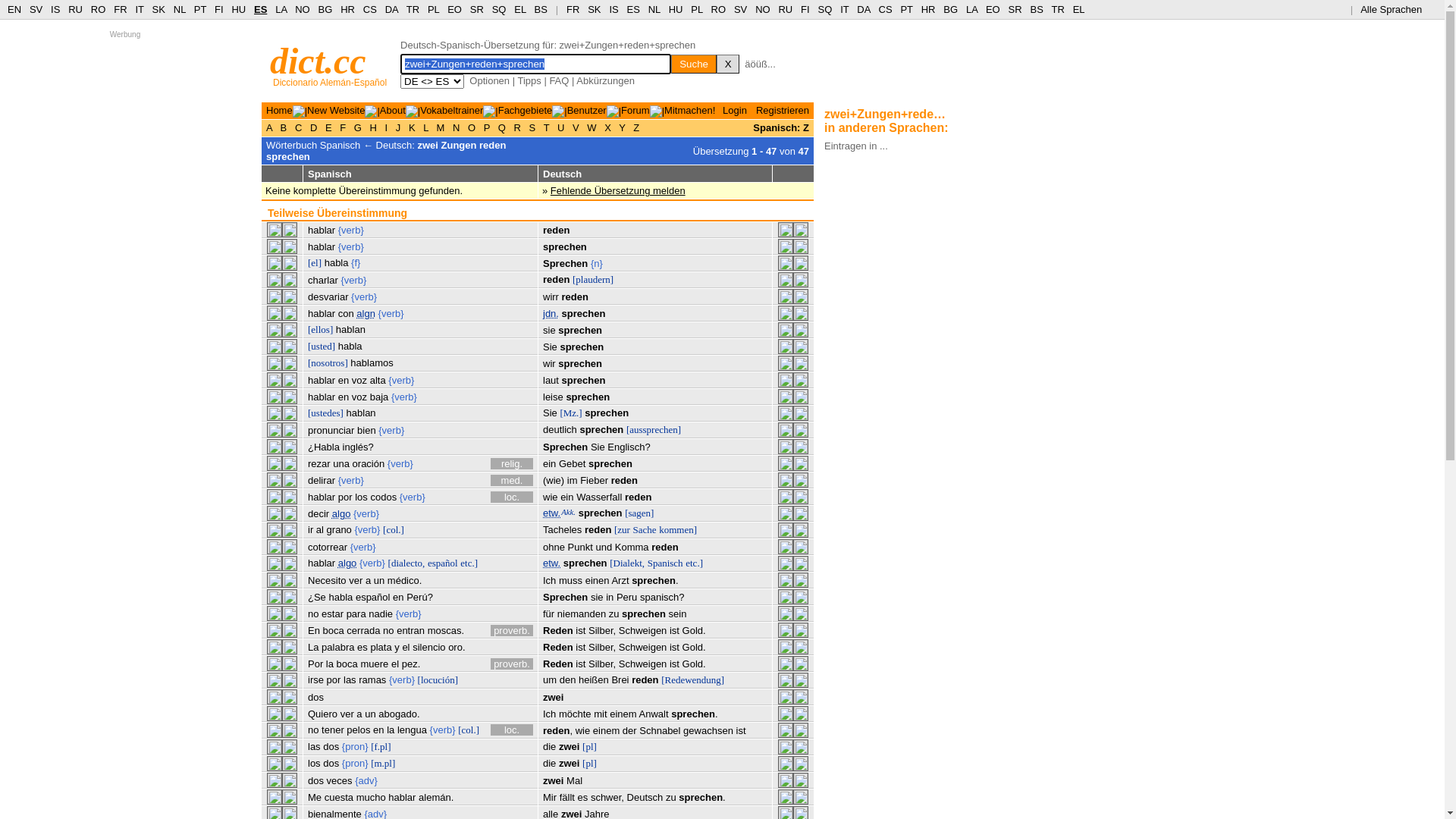  Describe the element at coordinates (318, 513) in the screenshot. I see `'decir'` at that location.